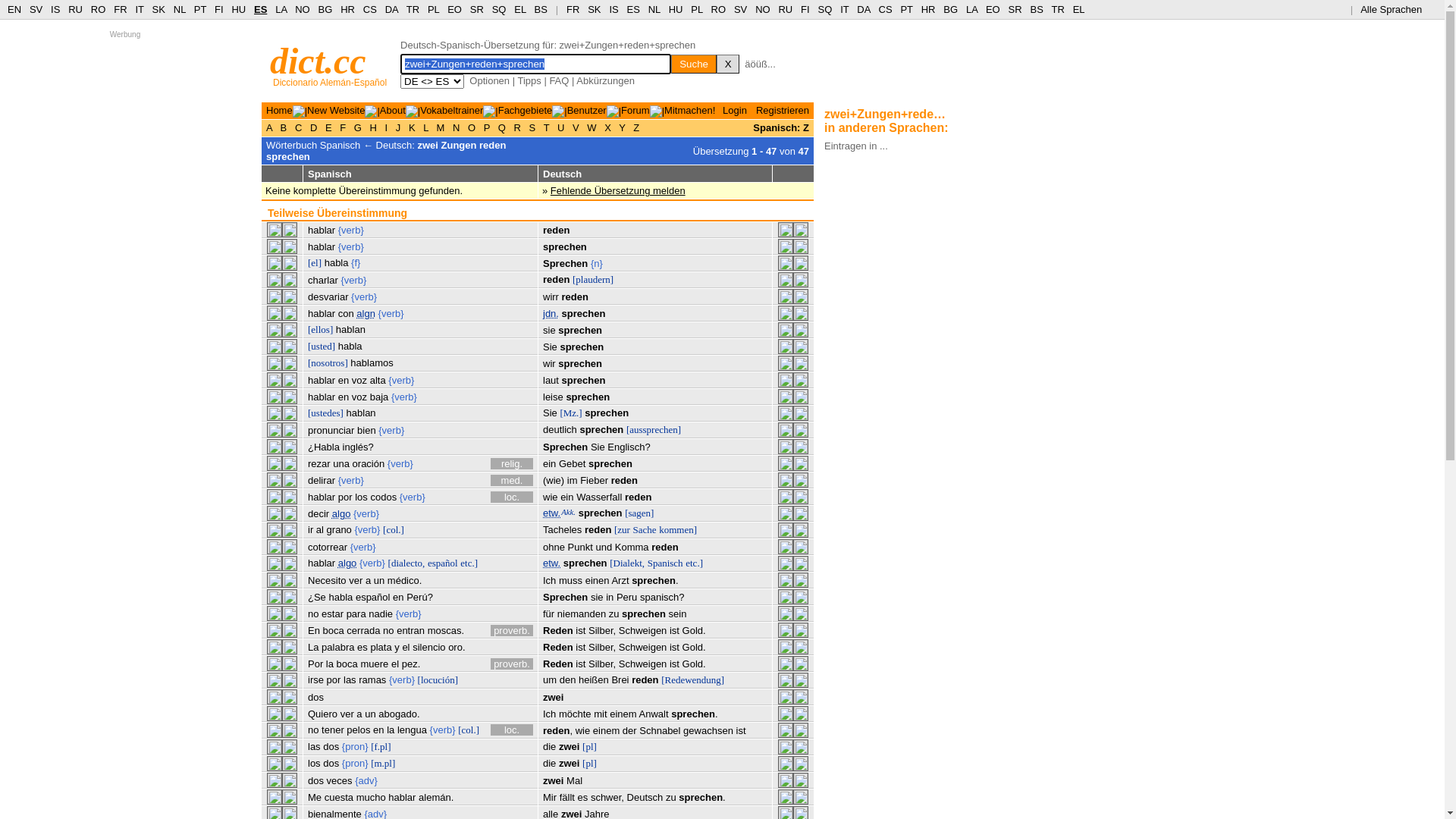  Describe the element at coordinates (318, 513) in the screenshot. I see `'decir'` at that location.